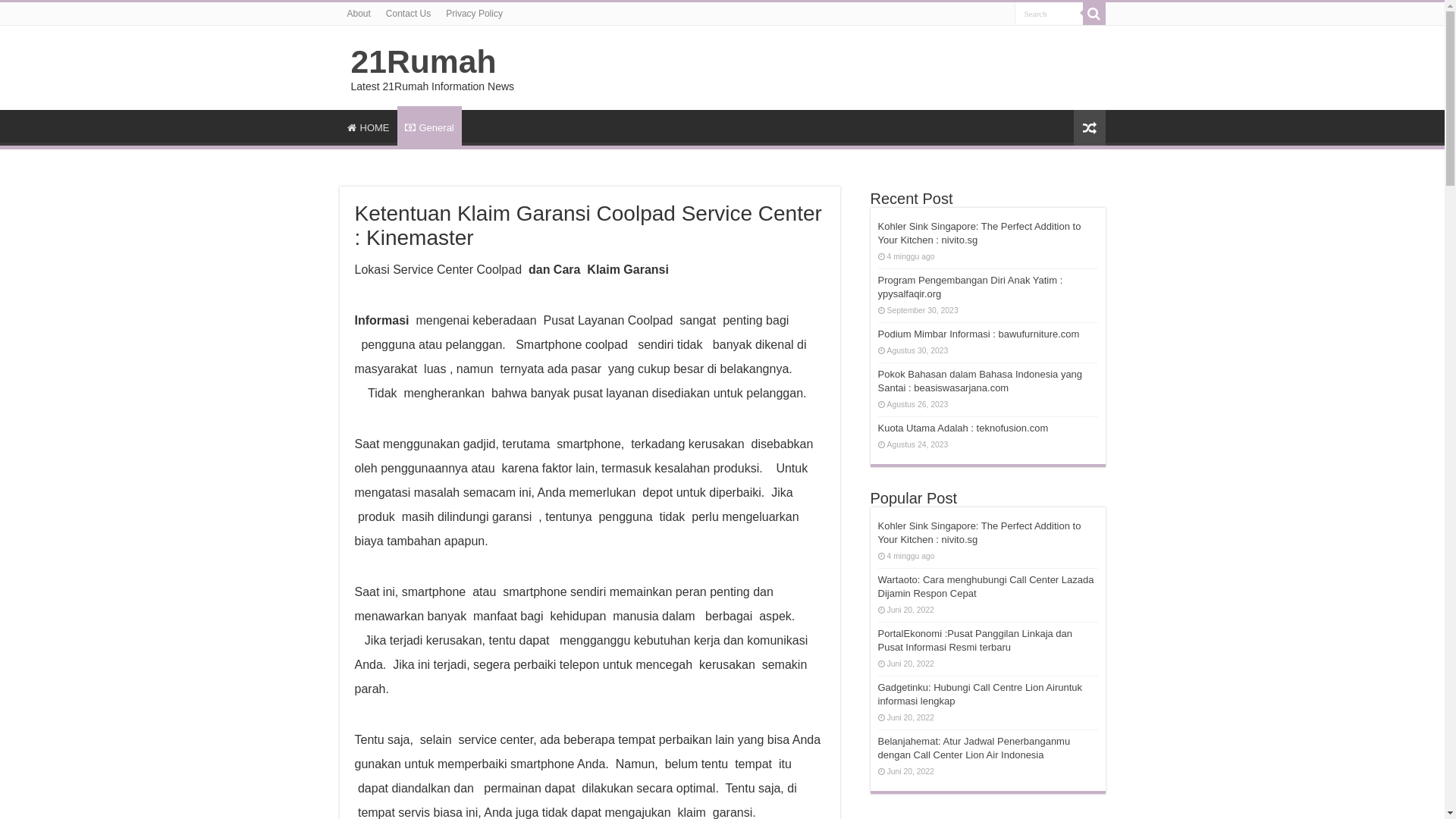  I want to click on 'Search', so click(1082, 14).